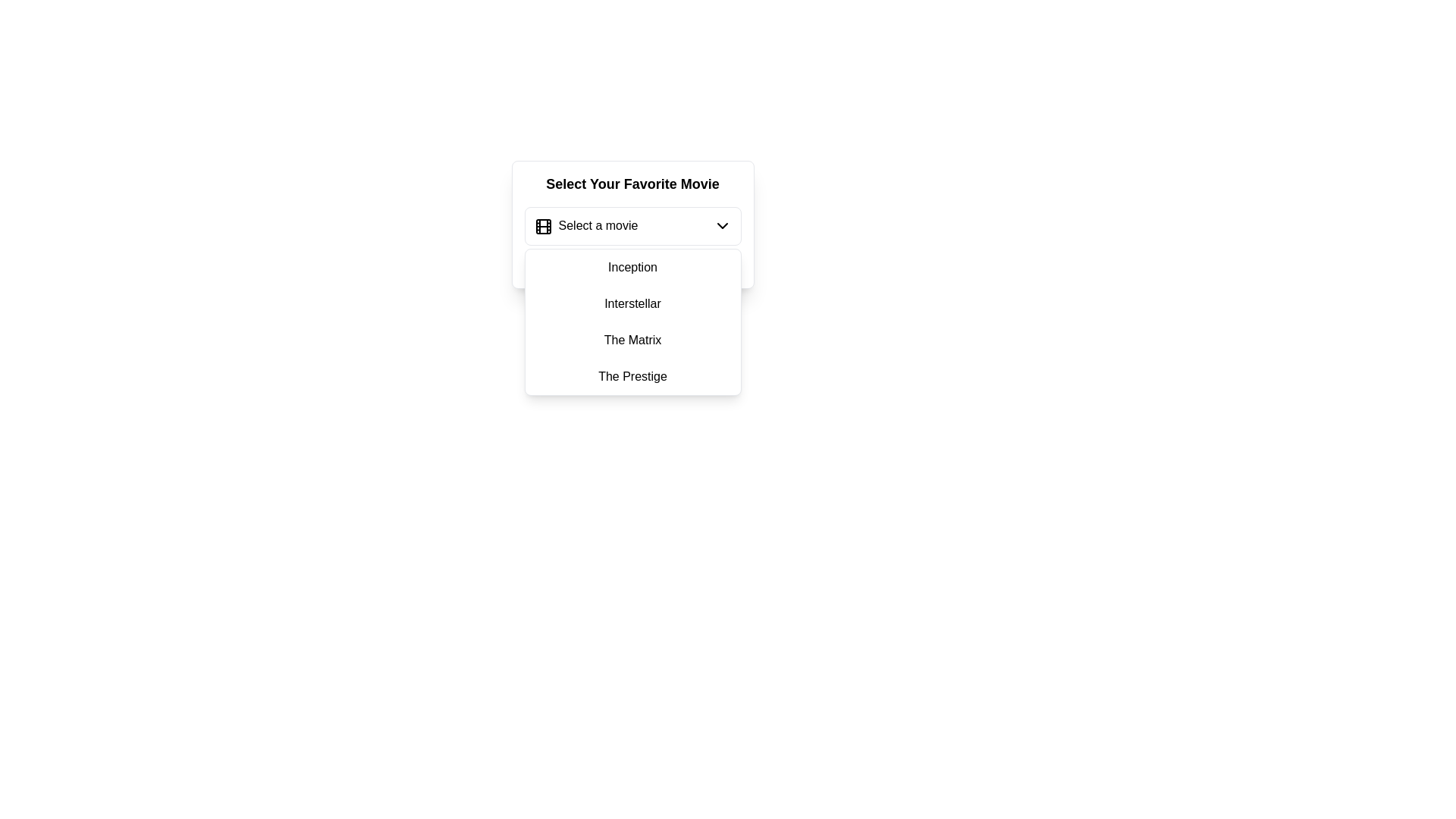 The height and width of the screenshot is (819, 1456). I want to click on the red-colored text label reading 'Please select a movie.' which serves as an alert message indicating an error, positioned at the bottom of the movie selection dropdown, so click(632, 265).